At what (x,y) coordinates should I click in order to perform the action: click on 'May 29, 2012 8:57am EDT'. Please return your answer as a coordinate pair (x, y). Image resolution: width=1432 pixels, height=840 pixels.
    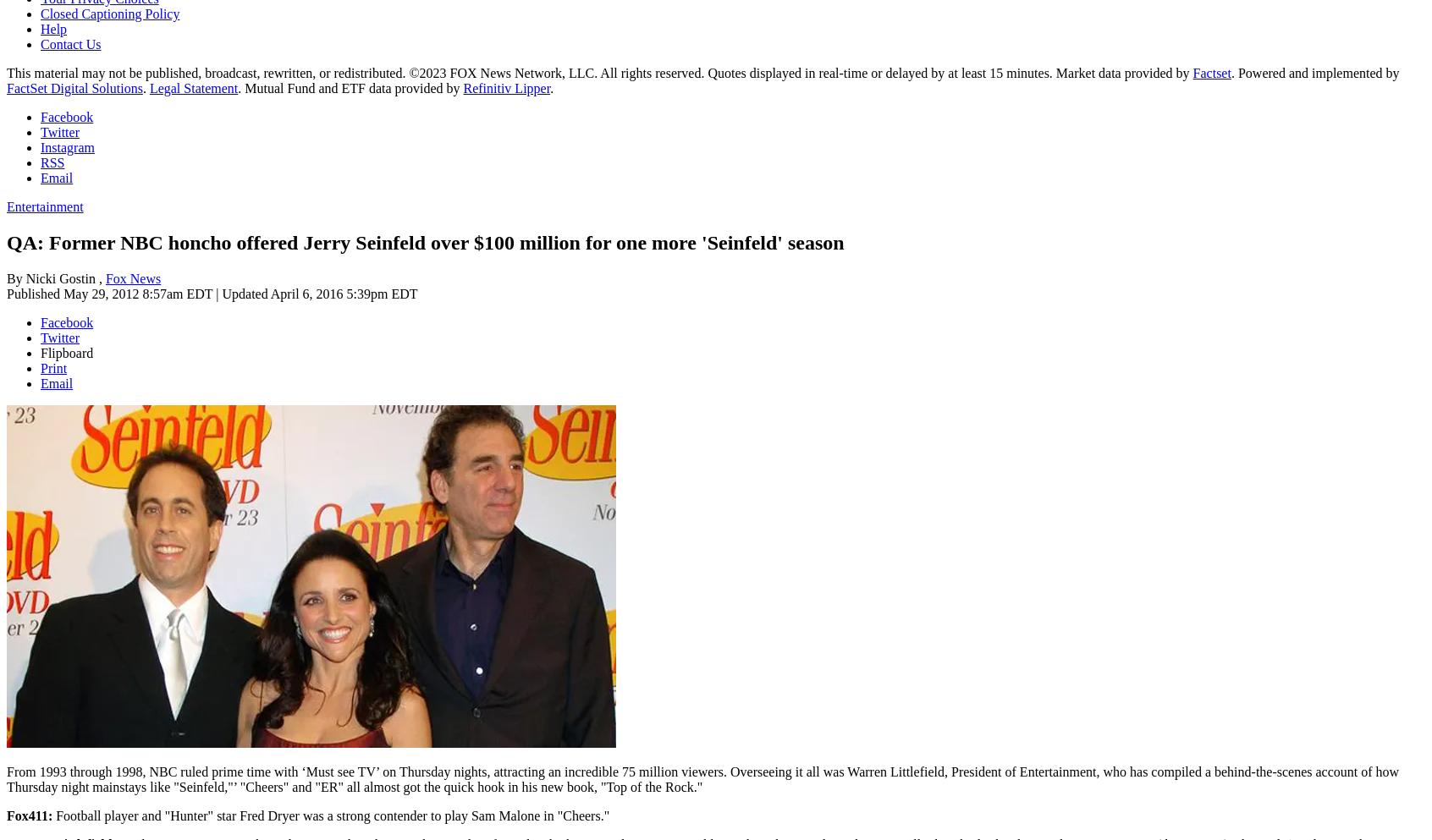
    Looking at the image, I should click on (63, 293).